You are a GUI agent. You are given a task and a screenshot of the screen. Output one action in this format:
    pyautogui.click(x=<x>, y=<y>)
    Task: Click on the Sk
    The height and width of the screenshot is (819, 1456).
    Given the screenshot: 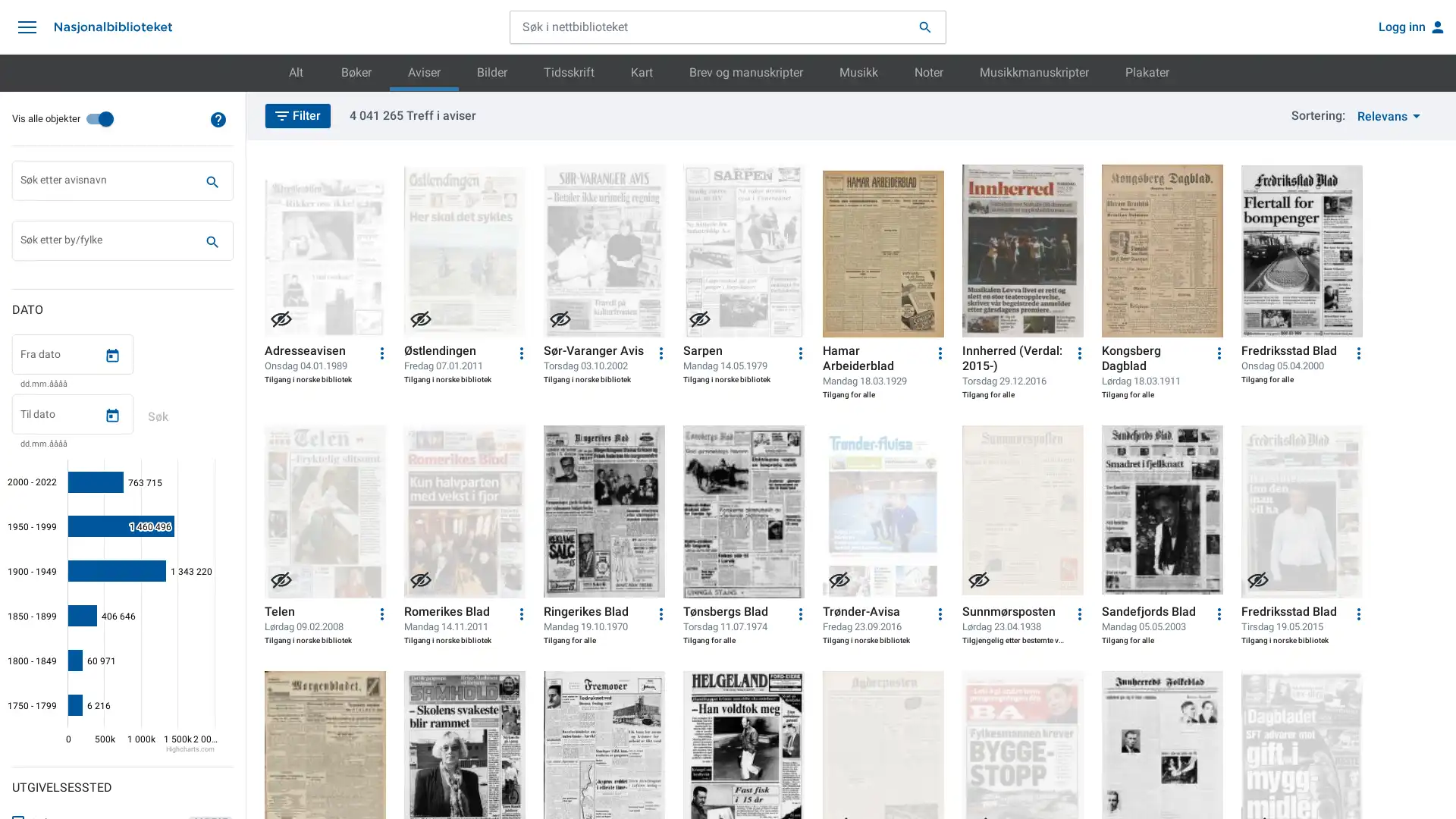 What is the action you would take?
    pyautogui.click(x=211, y=241)
    